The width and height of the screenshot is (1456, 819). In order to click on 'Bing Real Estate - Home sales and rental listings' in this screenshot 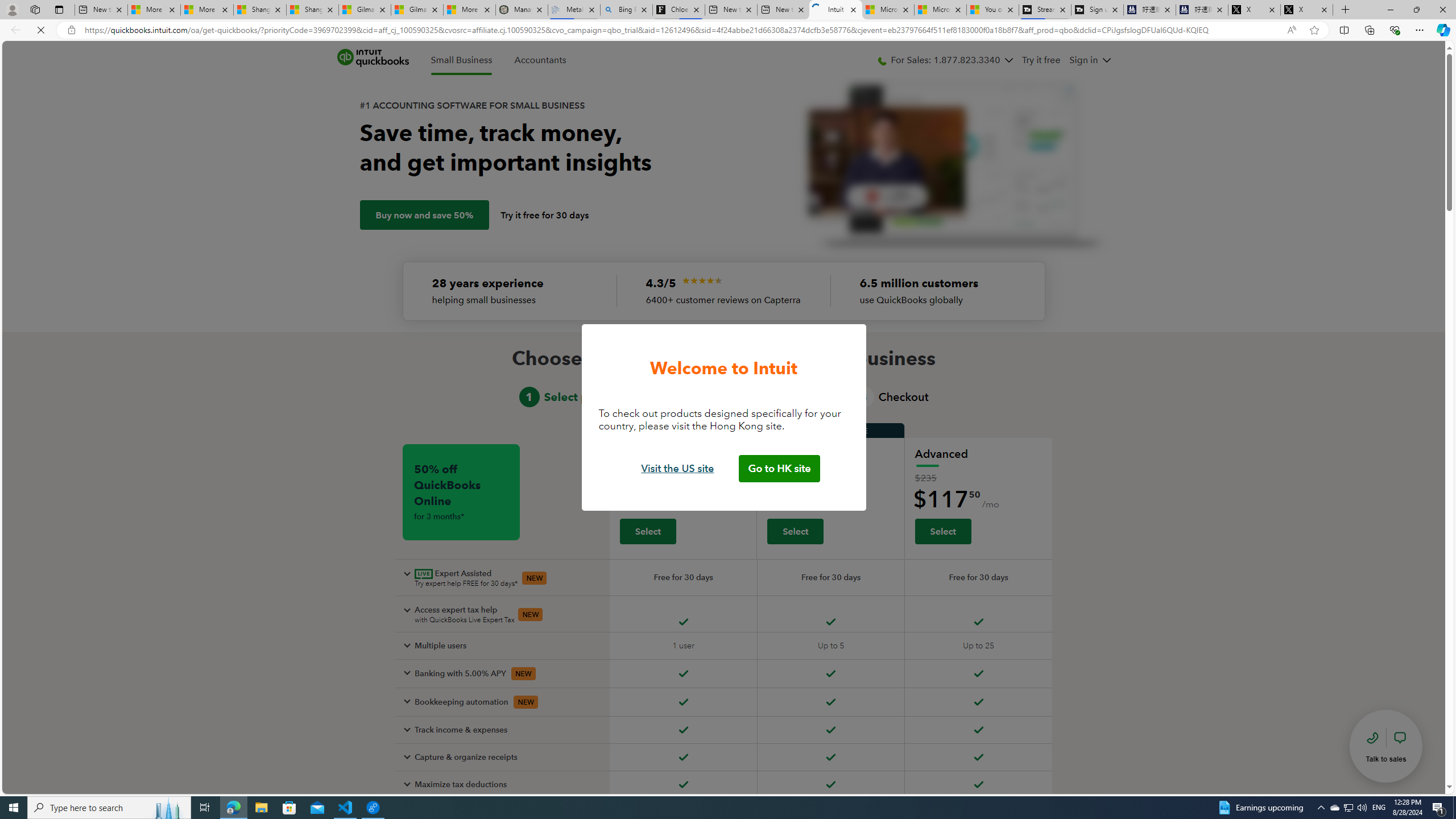, I will do `click(626, 9)`.